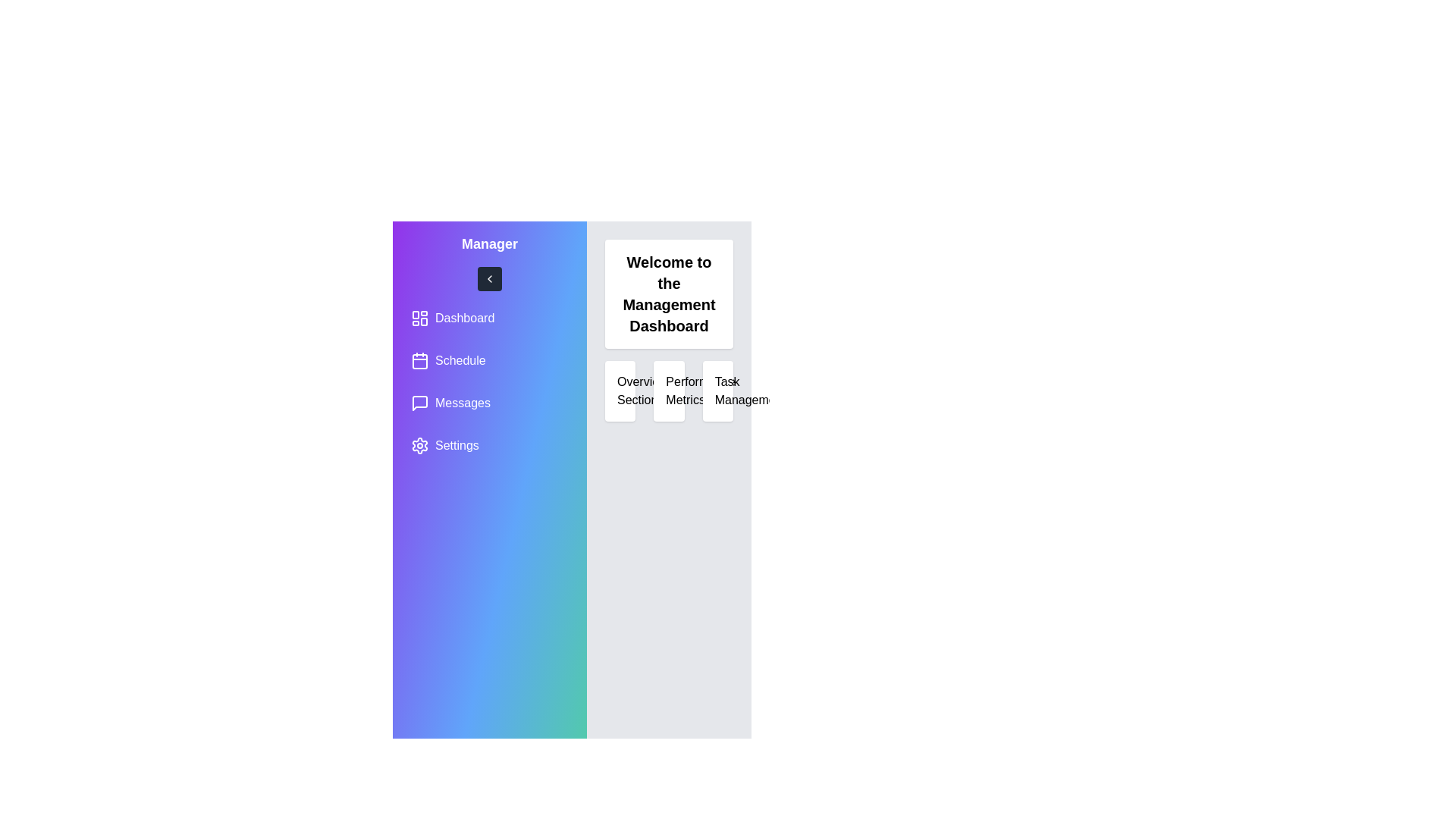 Image resolution: width=1456 pixels, height=819 pixels. I want to click on the larger rectangular portion of the calendar icon in the sidebar navigation menu, which is part of the SVG icon under the 'Schedule' label, so click(419, 362).